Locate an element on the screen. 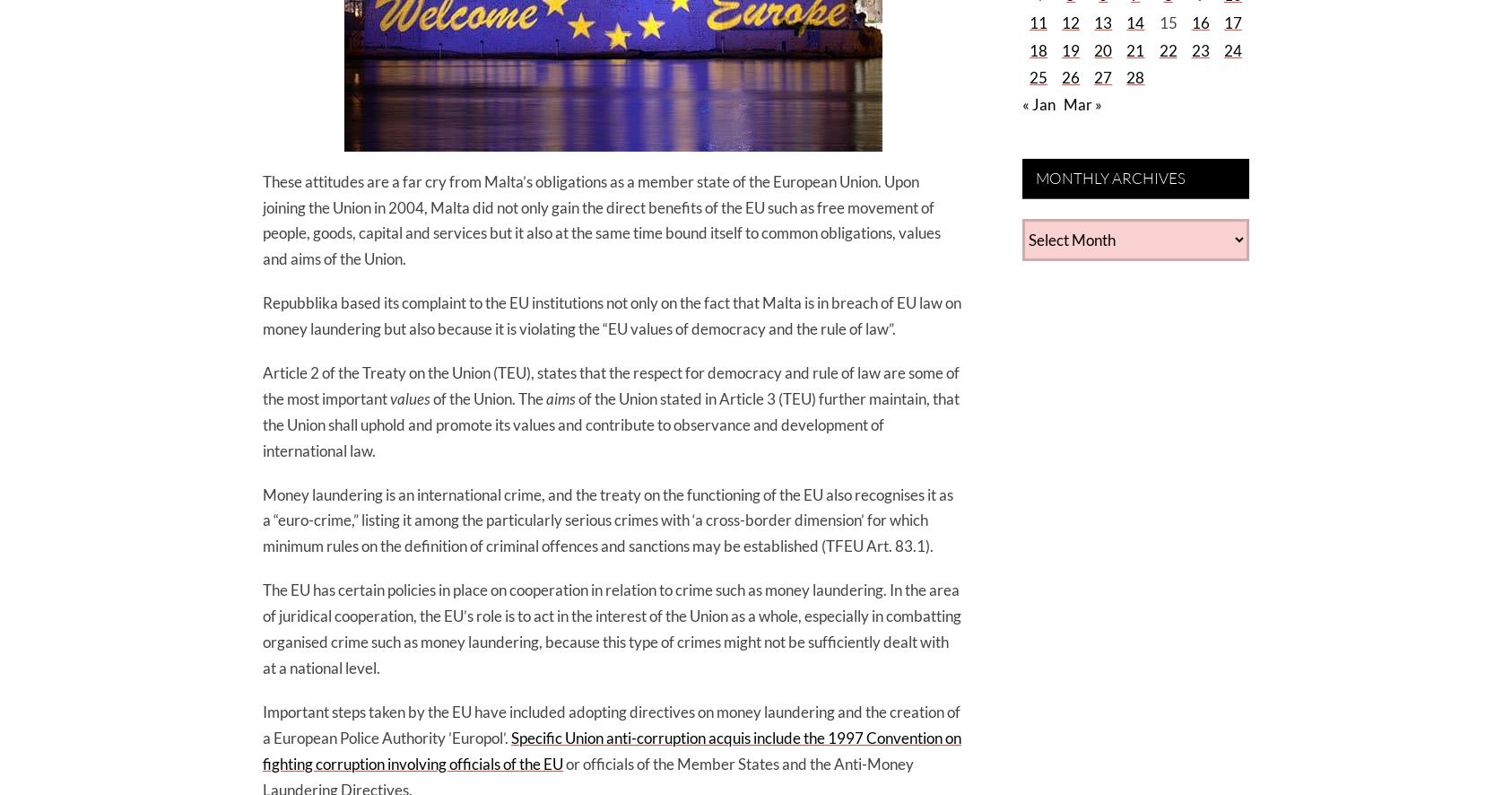 The image size is (1512, 795). '23' is located at coordinates (1200, 48).